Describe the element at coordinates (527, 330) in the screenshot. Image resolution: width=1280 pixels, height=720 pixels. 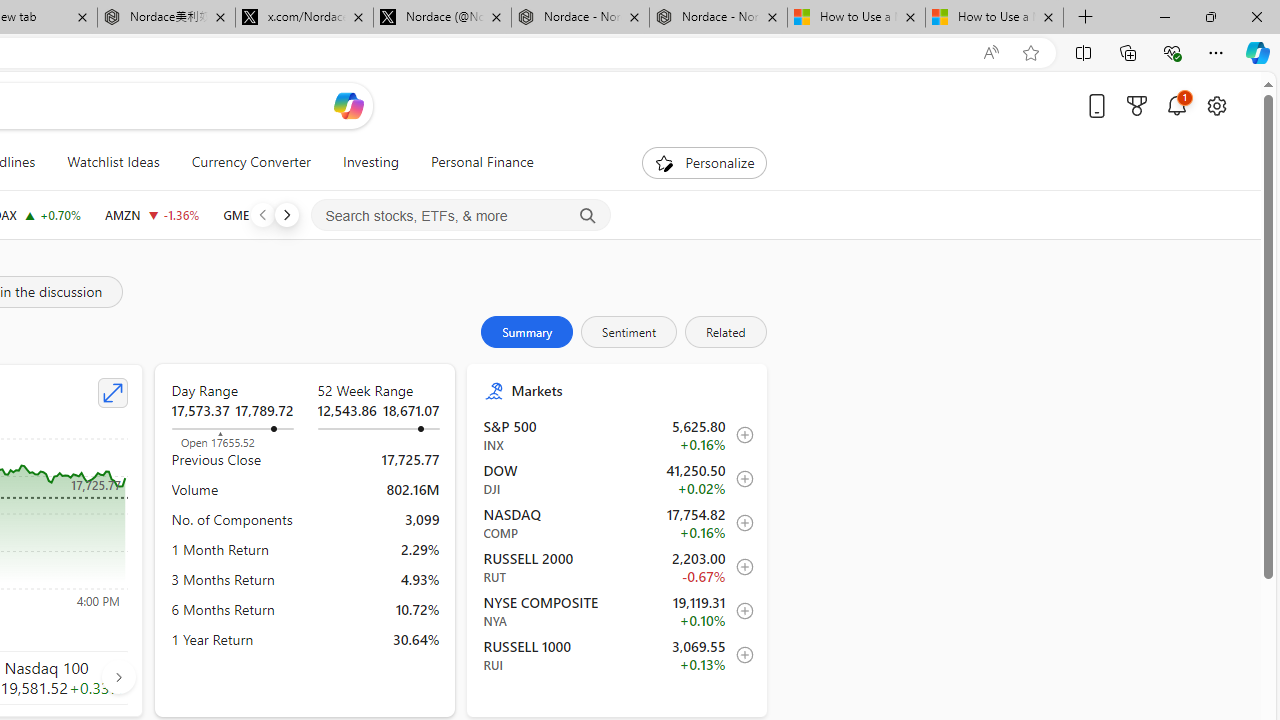
I see `'Summary'` at that location.